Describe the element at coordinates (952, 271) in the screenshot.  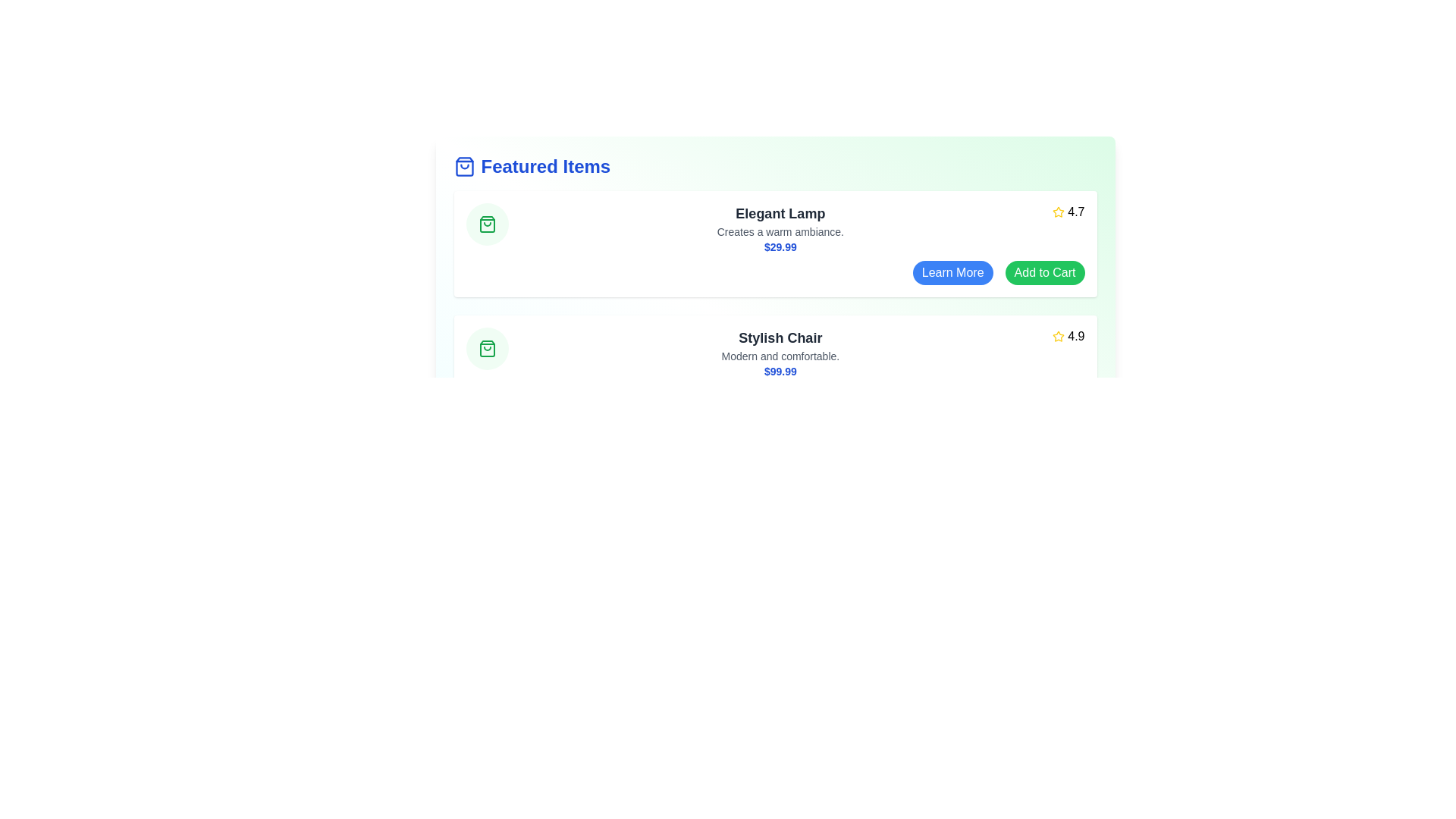
I see `the 'Learn More' button for the item identified by Elegant Lamp` at that location.